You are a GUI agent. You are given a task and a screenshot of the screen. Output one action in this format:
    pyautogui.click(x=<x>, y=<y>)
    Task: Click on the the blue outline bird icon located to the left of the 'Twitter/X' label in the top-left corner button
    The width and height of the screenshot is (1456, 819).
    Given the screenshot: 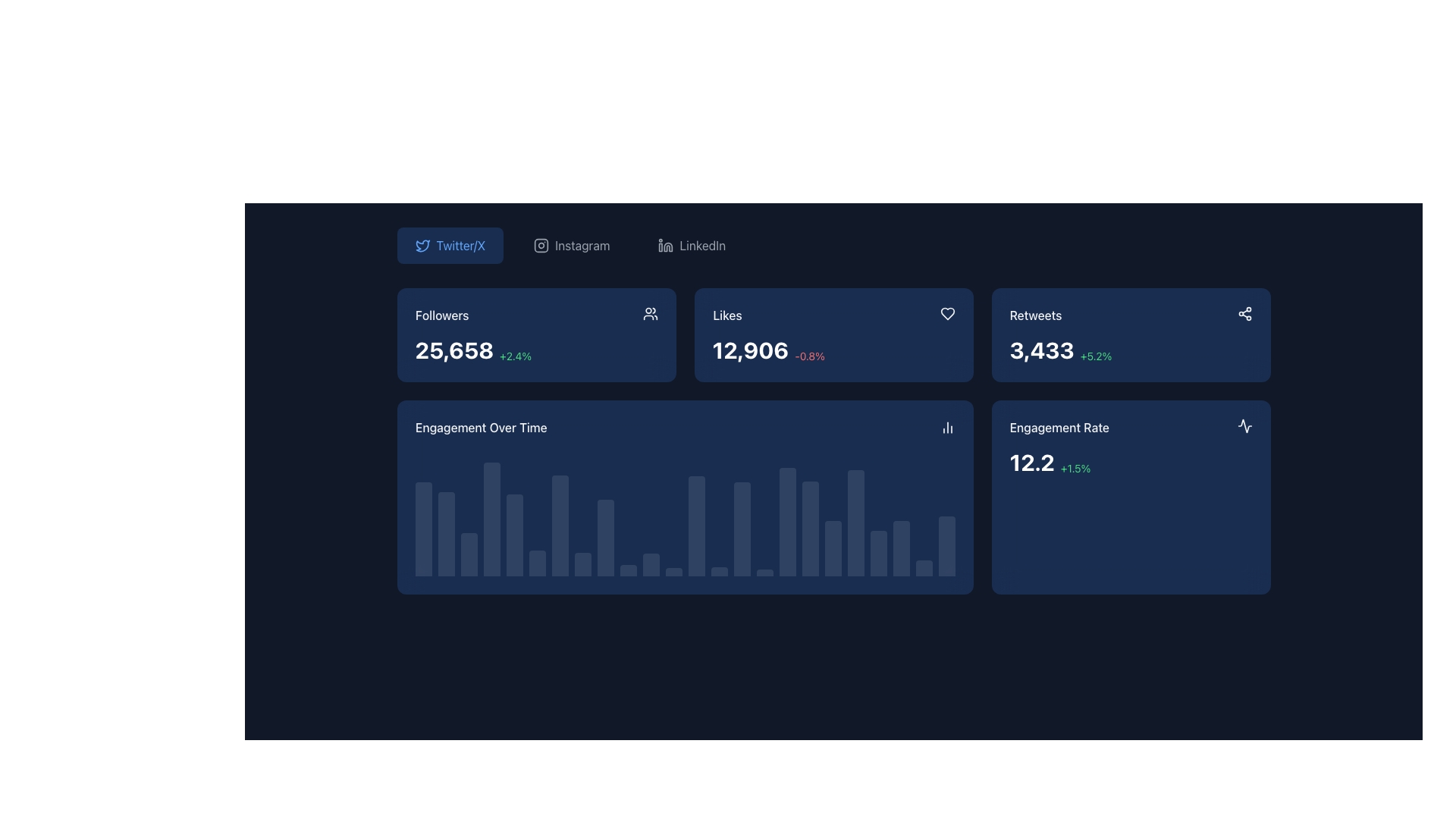 What is the action you would take?
    pyautogui.click(x=422, y=245)
    